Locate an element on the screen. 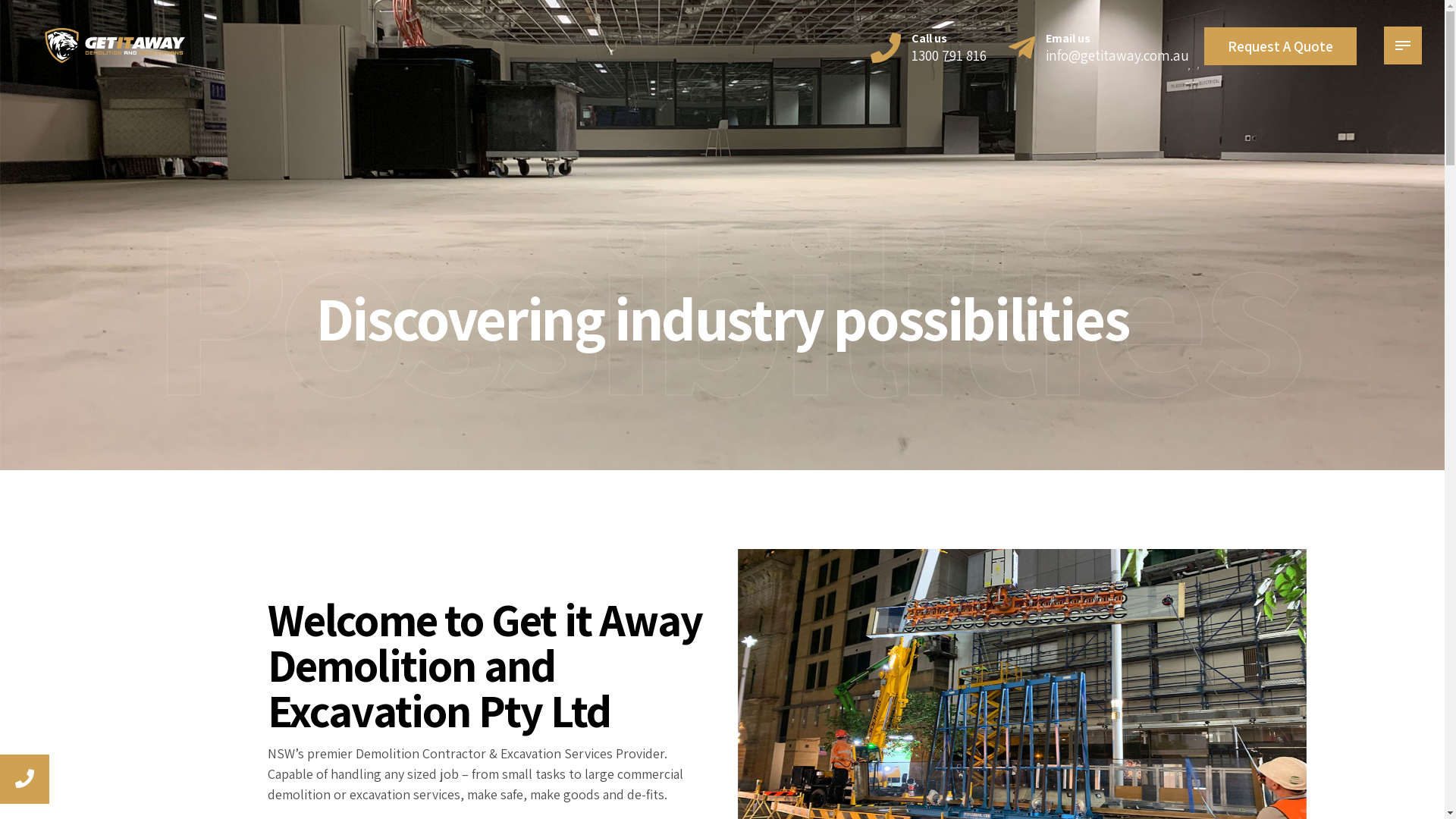  'Email us is located at coordinates (1008, 45).